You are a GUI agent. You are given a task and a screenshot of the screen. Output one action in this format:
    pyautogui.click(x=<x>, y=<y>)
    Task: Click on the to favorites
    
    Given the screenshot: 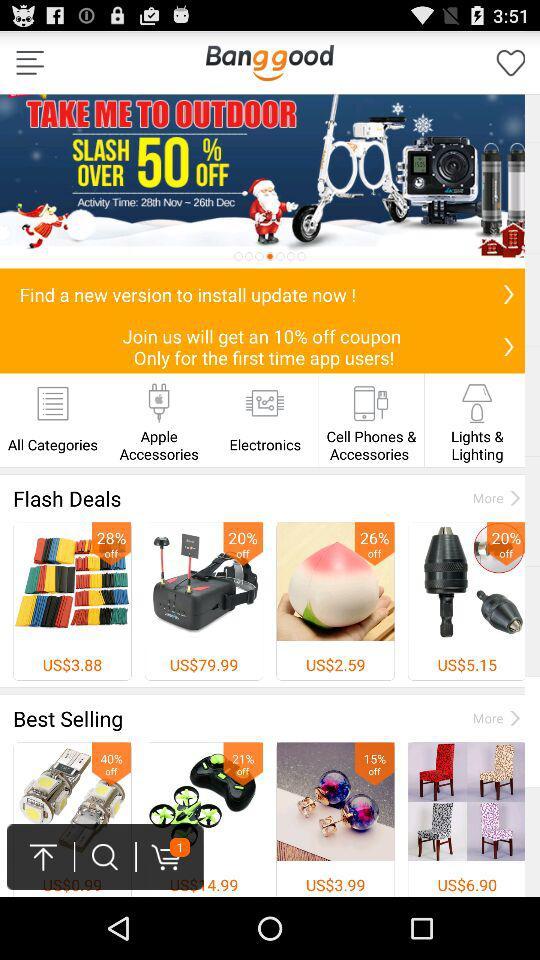 What is the action you would take?
    pyautogui.click(x=511, y=62)
    